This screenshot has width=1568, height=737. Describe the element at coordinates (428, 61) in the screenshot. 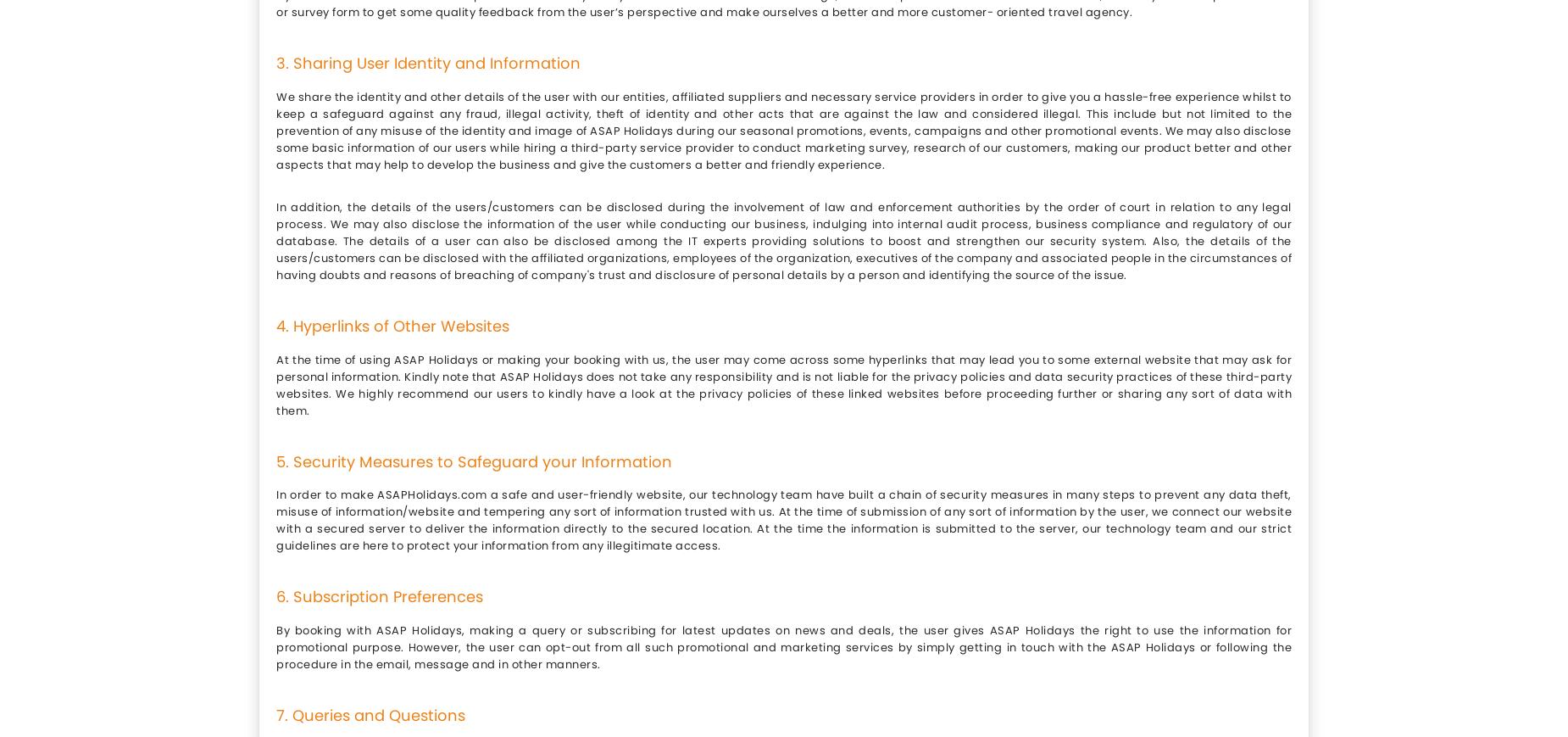

I see `'3. Sharing User Identity and Information'` at that location.